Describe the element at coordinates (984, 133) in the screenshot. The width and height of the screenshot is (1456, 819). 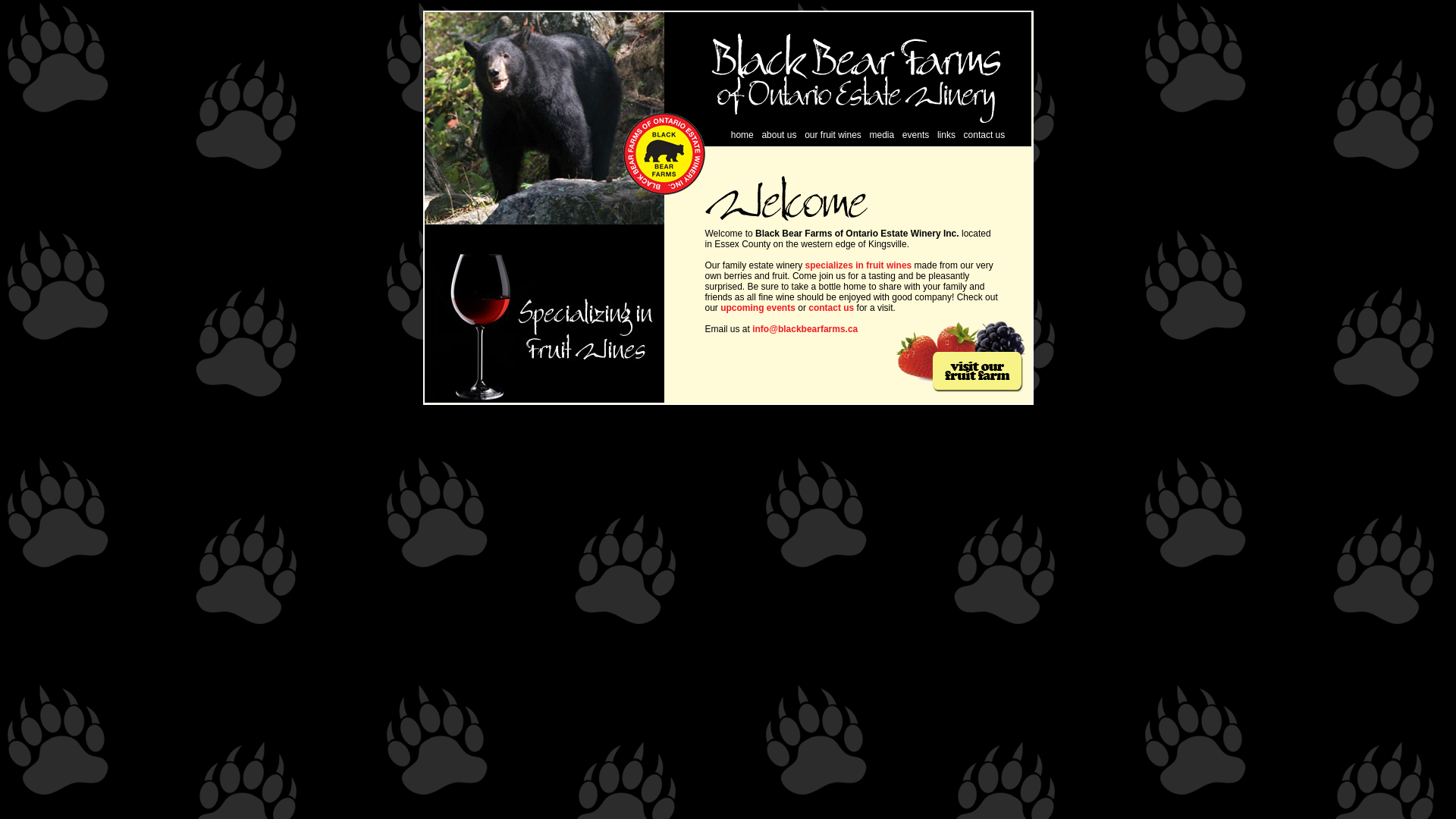
I see `'contact us'` at that location.